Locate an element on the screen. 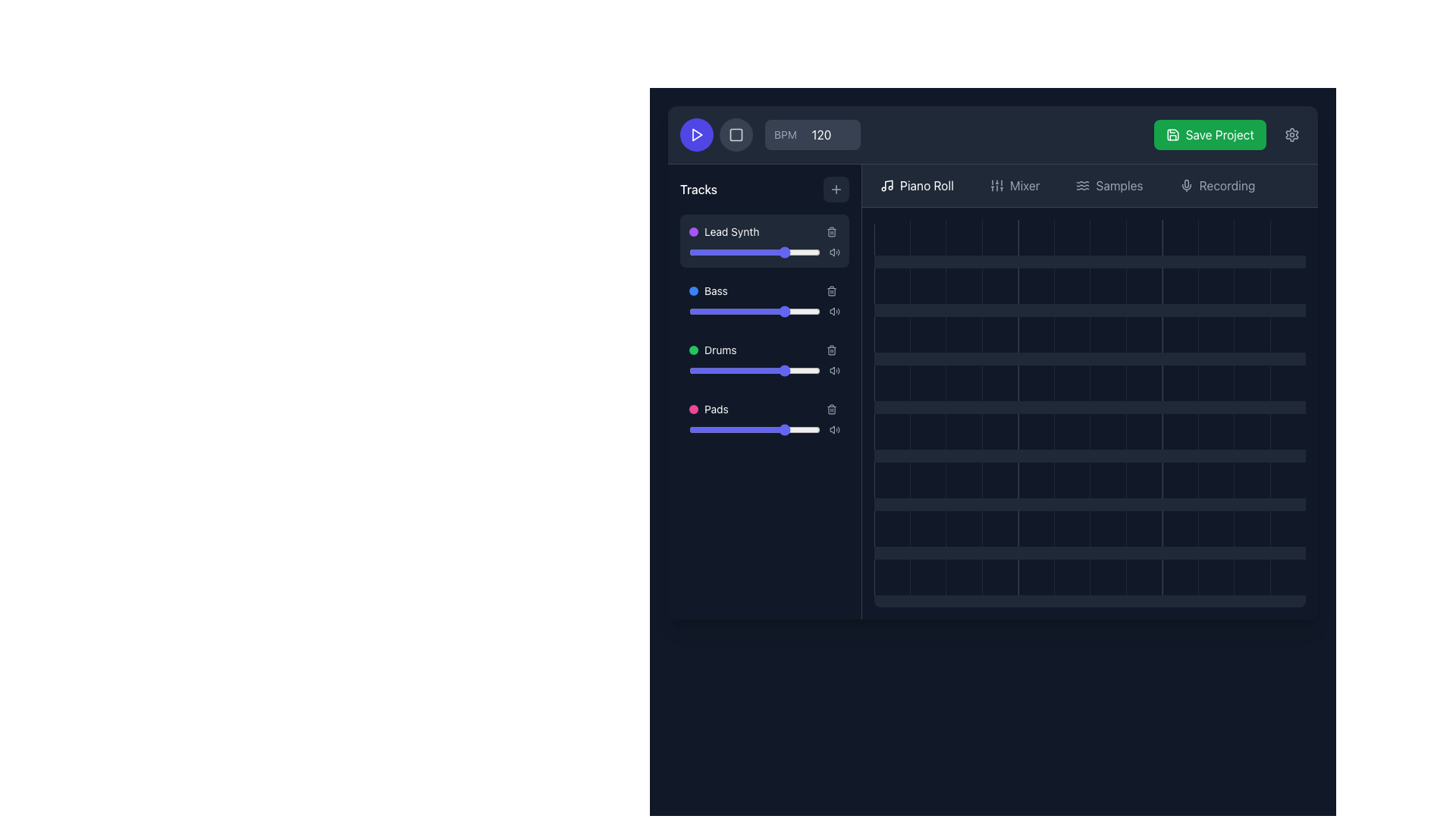 The width and height of the screenshot is (1456, 819). the slider value is located at coordinates (761, 371).